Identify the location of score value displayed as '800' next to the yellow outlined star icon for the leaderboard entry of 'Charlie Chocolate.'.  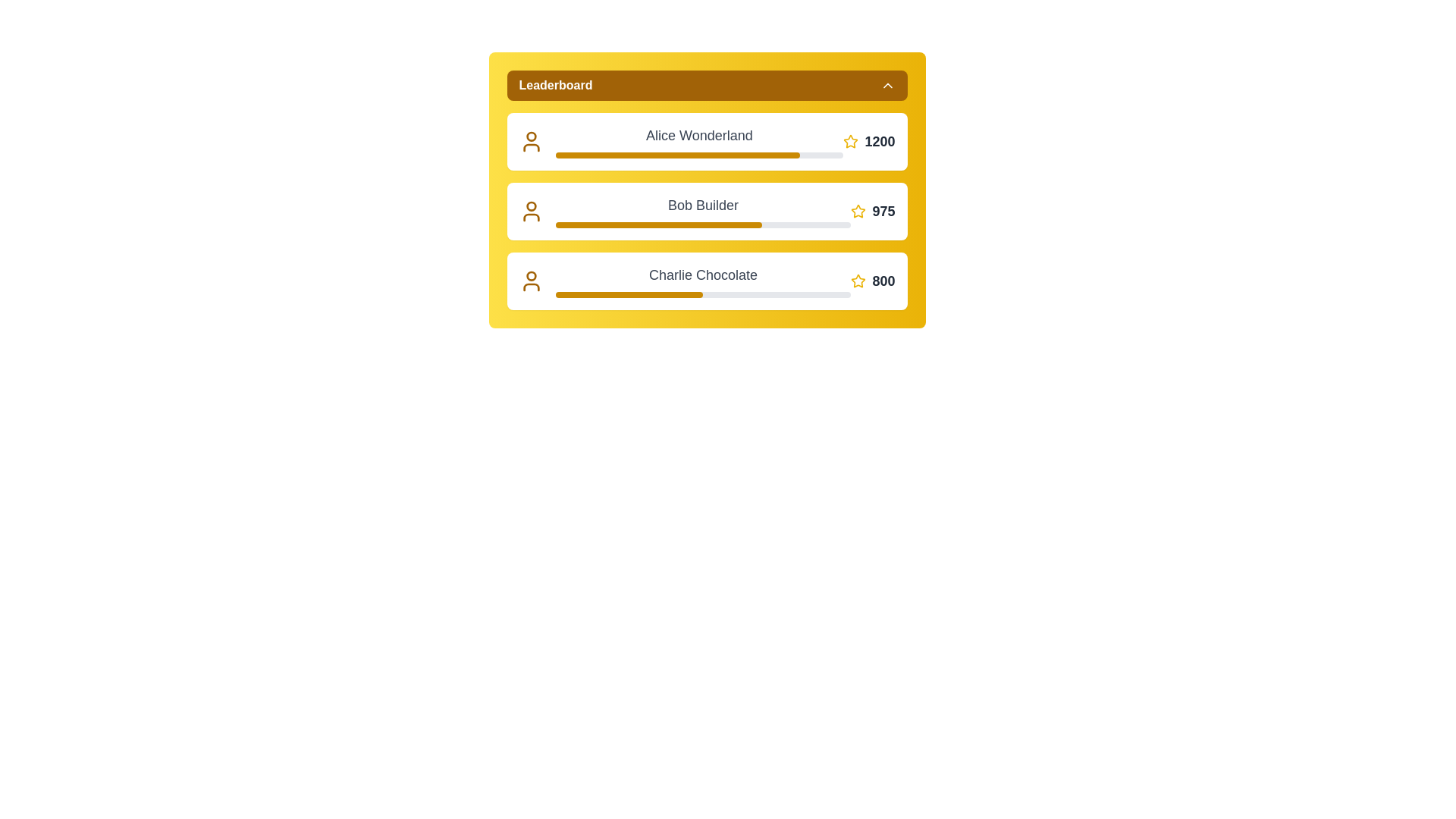
(873, 281).